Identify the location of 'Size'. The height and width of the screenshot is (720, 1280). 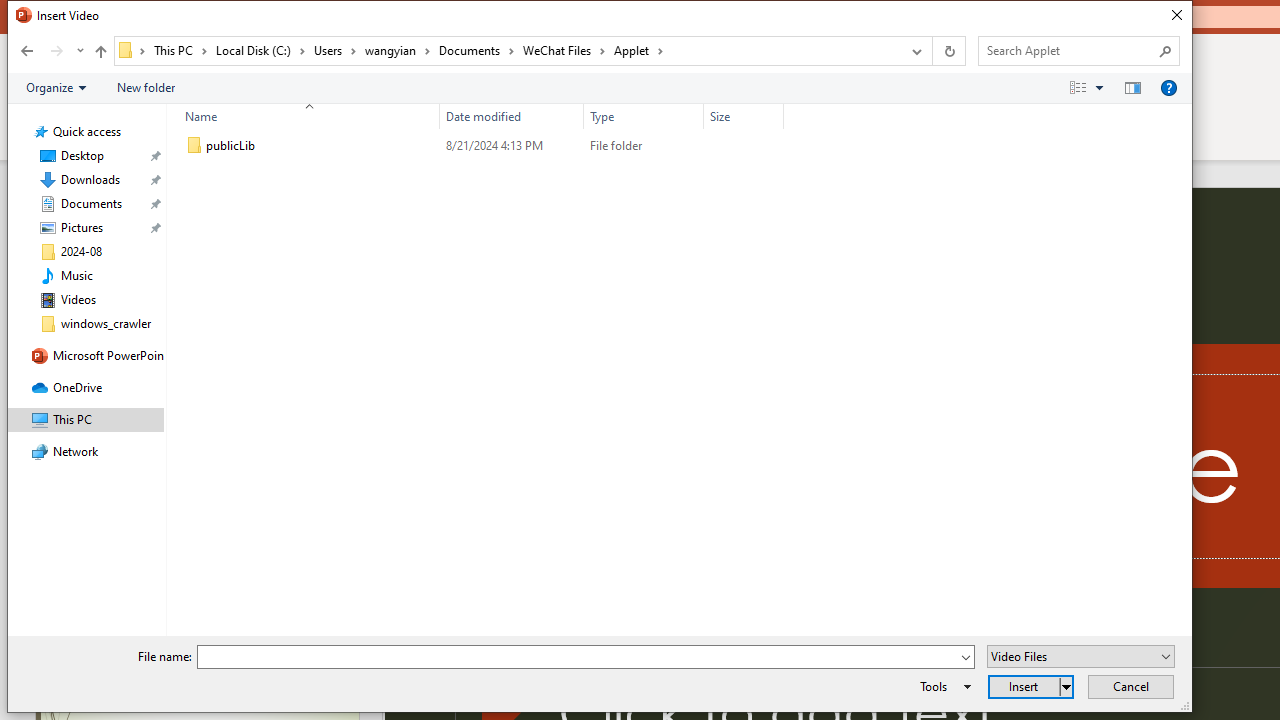
(742, 145).